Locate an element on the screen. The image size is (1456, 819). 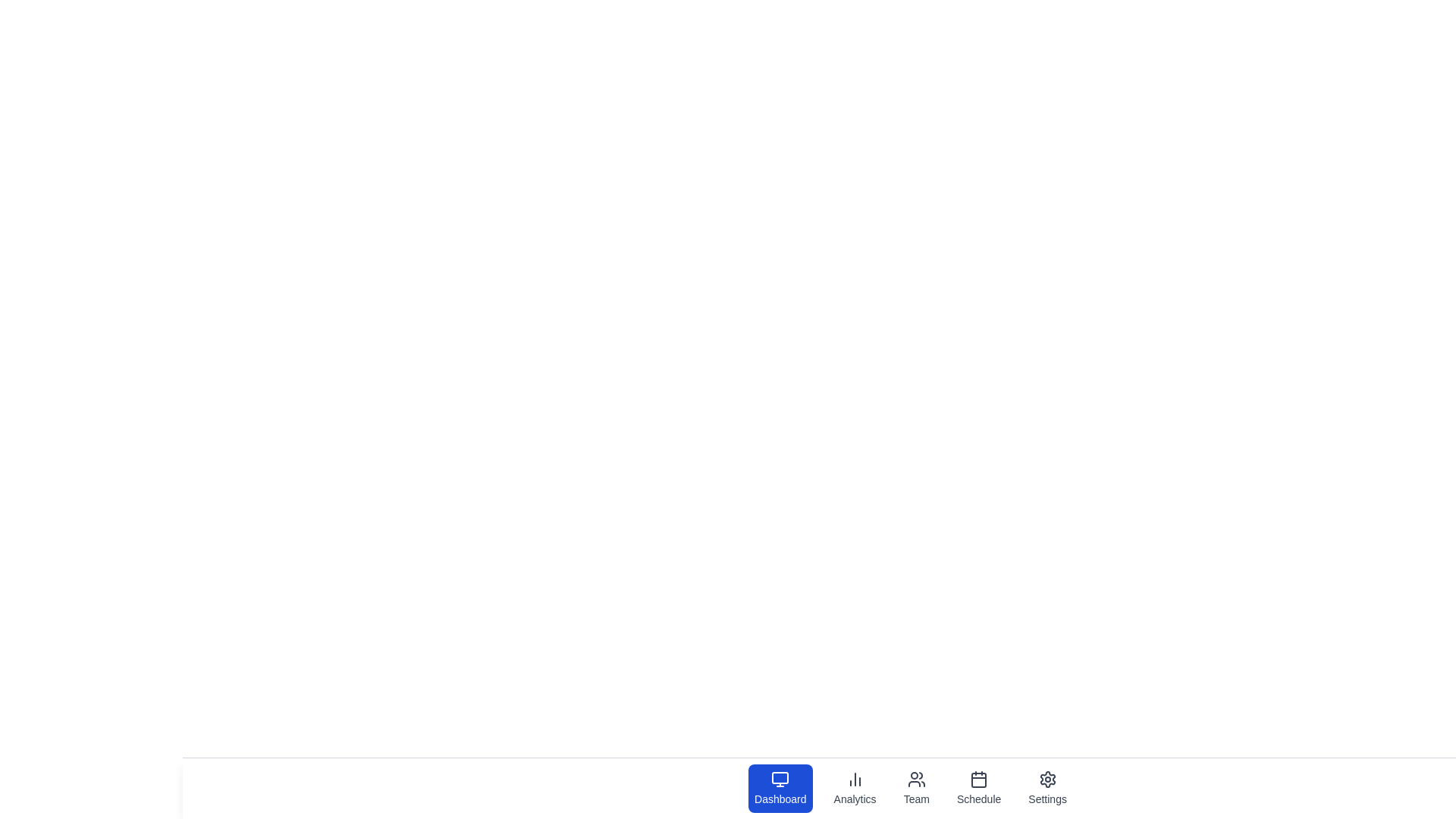
the tab labeled Analytics by clicking on its icon or label is located at coordinates (855, 788).